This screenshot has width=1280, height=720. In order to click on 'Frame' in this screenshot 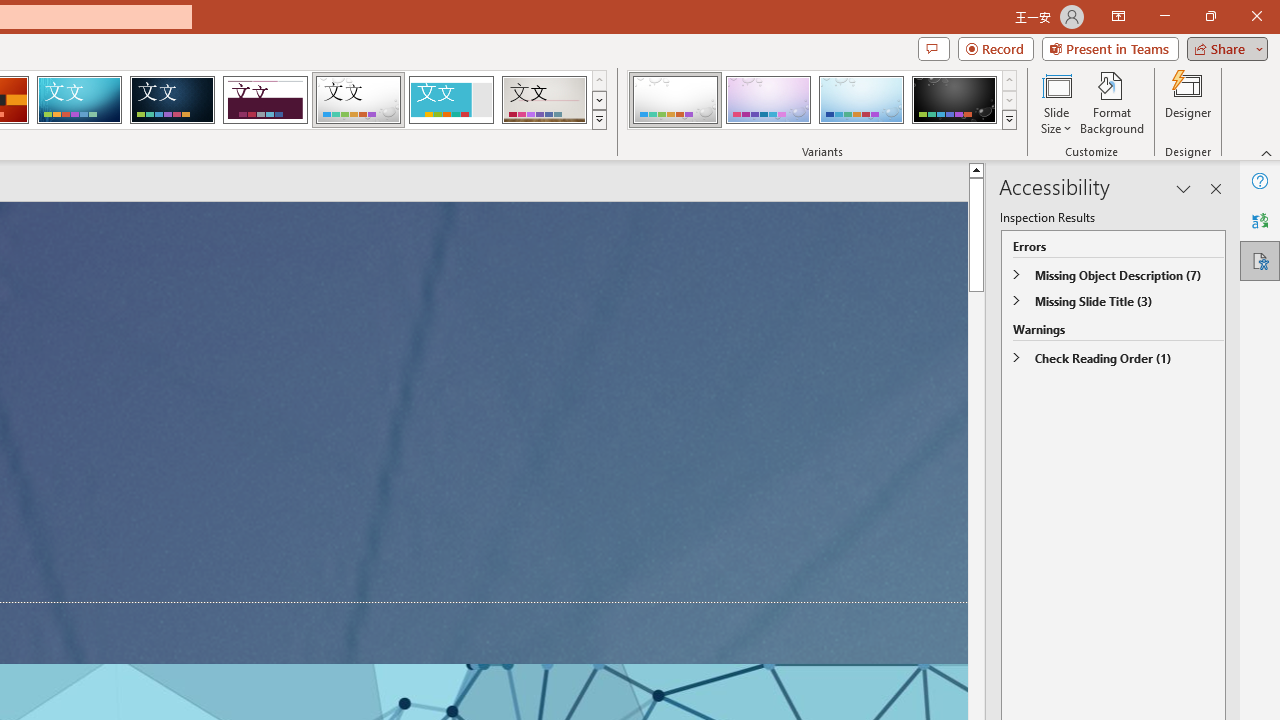, I will do `click(450, 100)`.